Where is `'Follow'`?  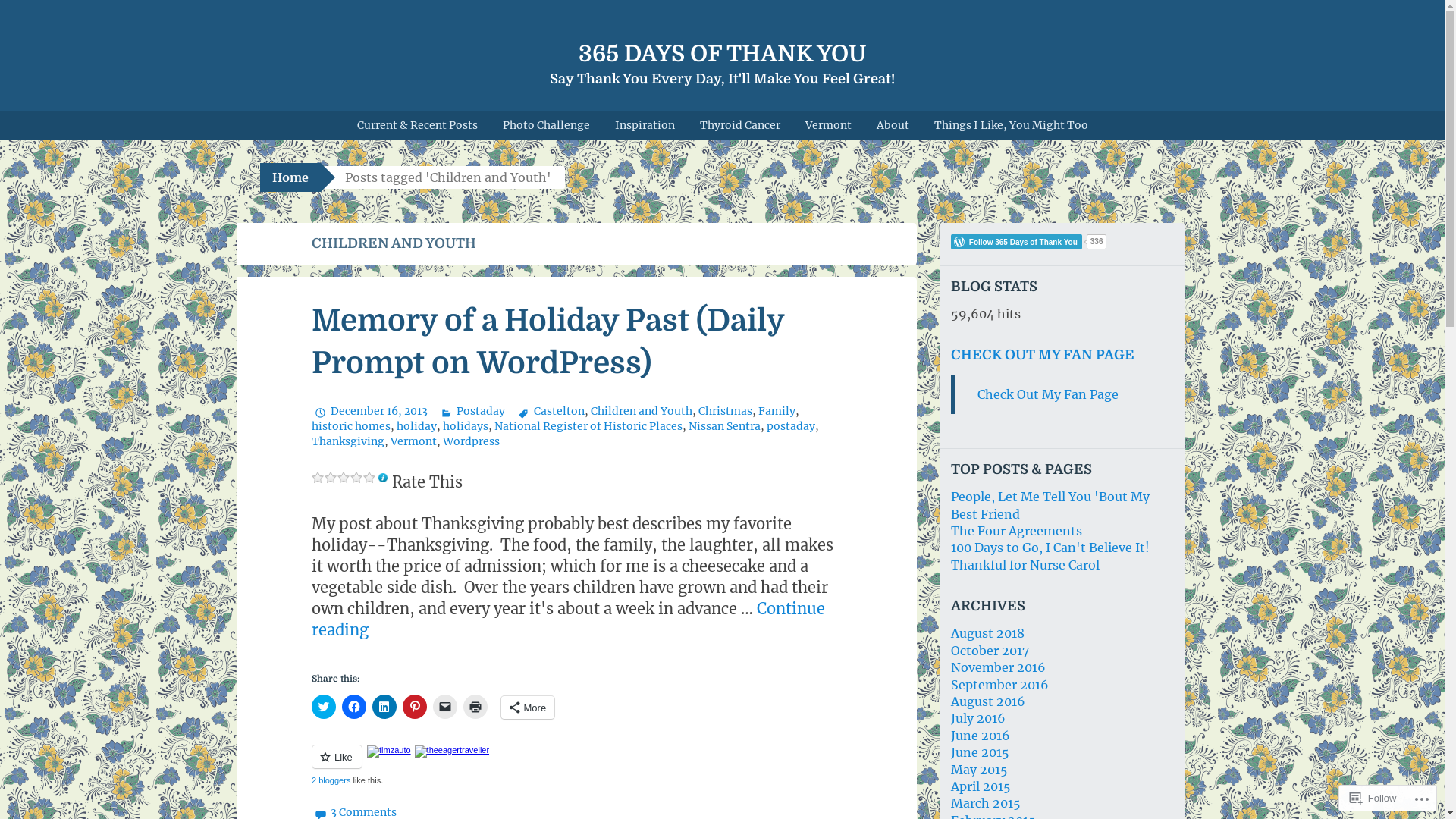 'Follow' is located at coordinates (1343, 797).